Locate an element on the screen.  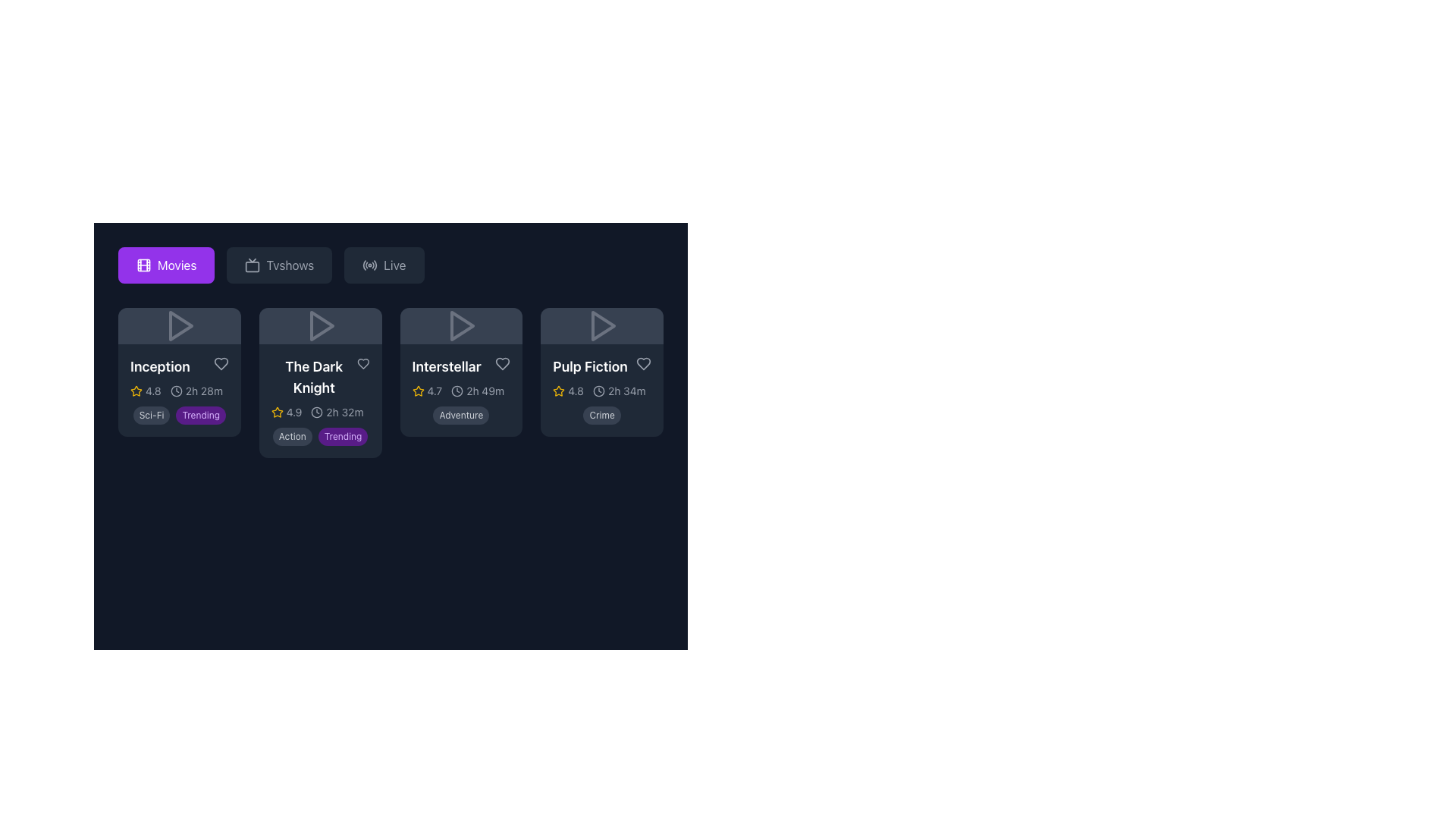
the circular outline of the clock face in the information panel for the 'Interstellar' movie, located in the third card of the displayed movie cards is located at coordinates (457, 391).